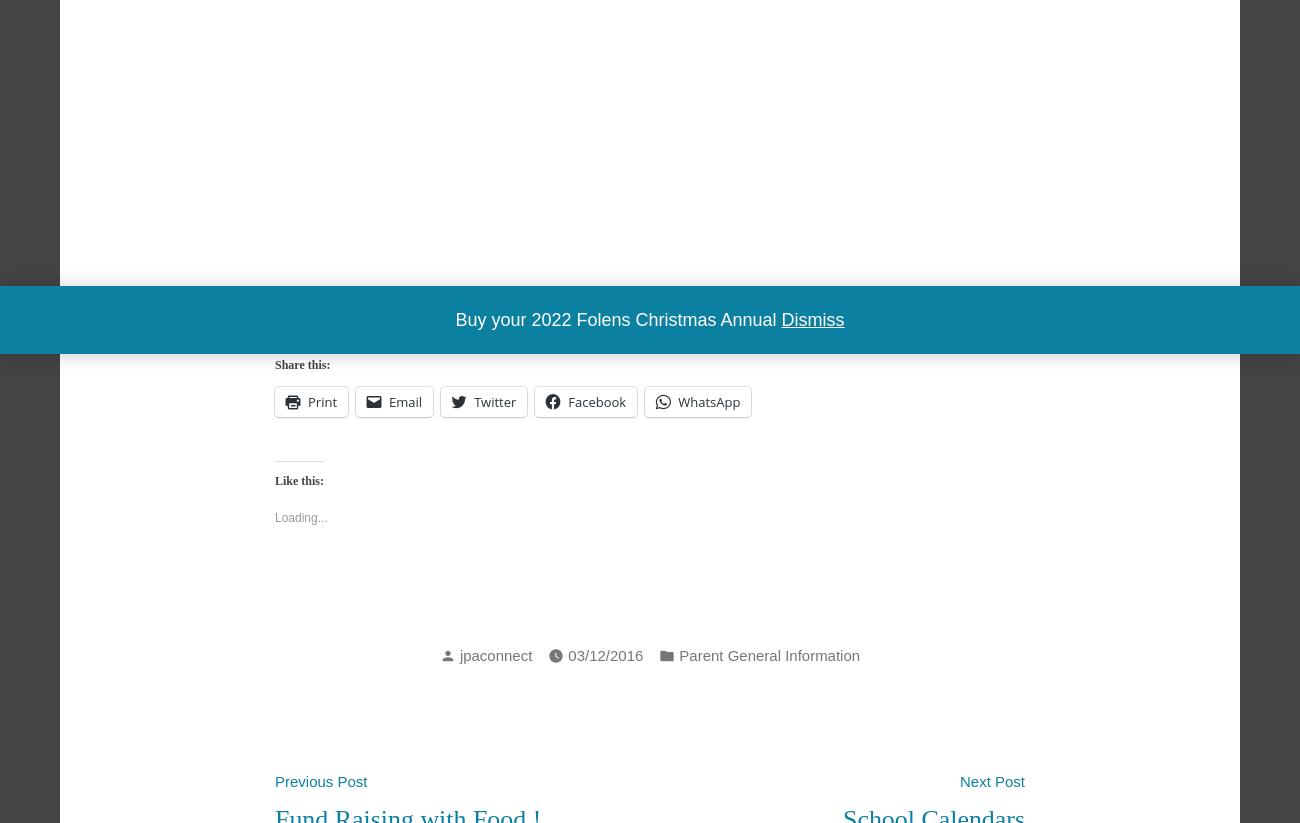  Describe the element at coordinates (274, 517) in the screenshot. I see `'Loading...'` at that location.